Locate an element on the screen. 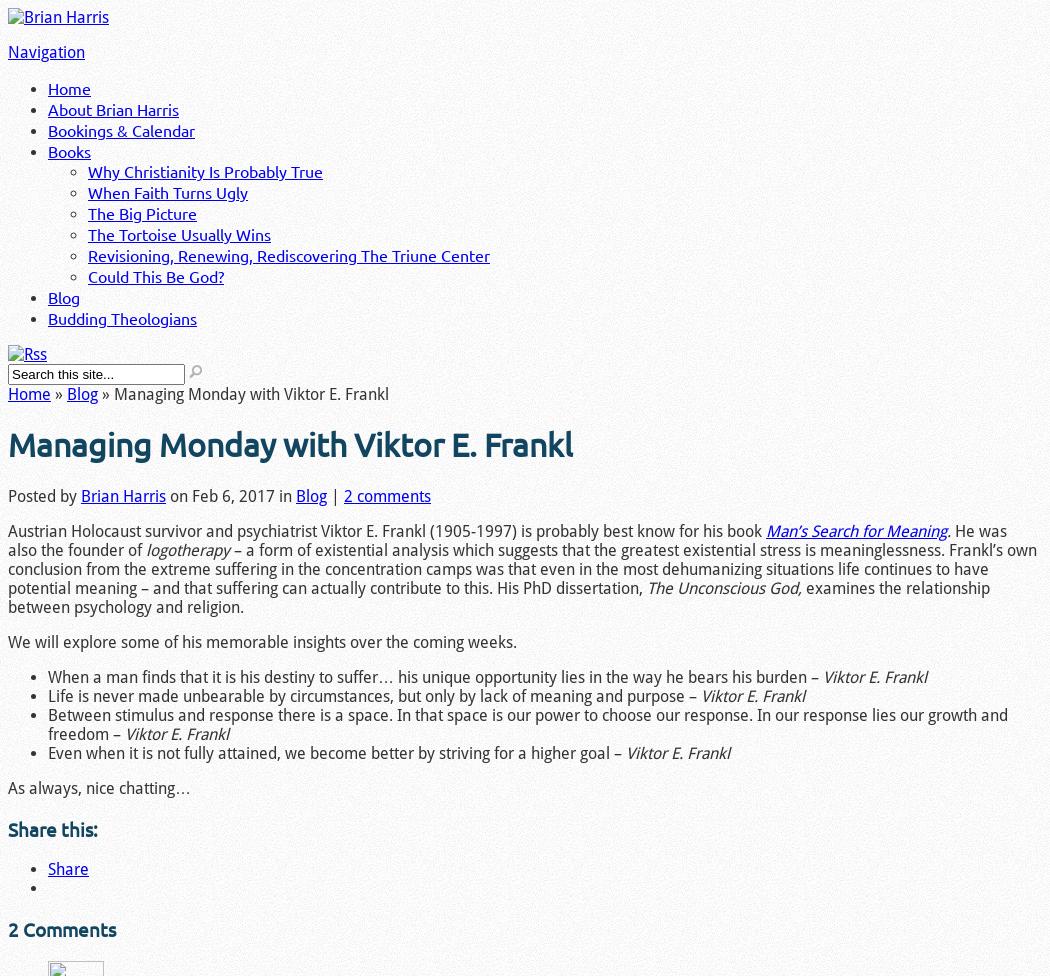 The width and height of the screenshot is (1050, 976). 'Navigation' is located at coordinates (45, 52).